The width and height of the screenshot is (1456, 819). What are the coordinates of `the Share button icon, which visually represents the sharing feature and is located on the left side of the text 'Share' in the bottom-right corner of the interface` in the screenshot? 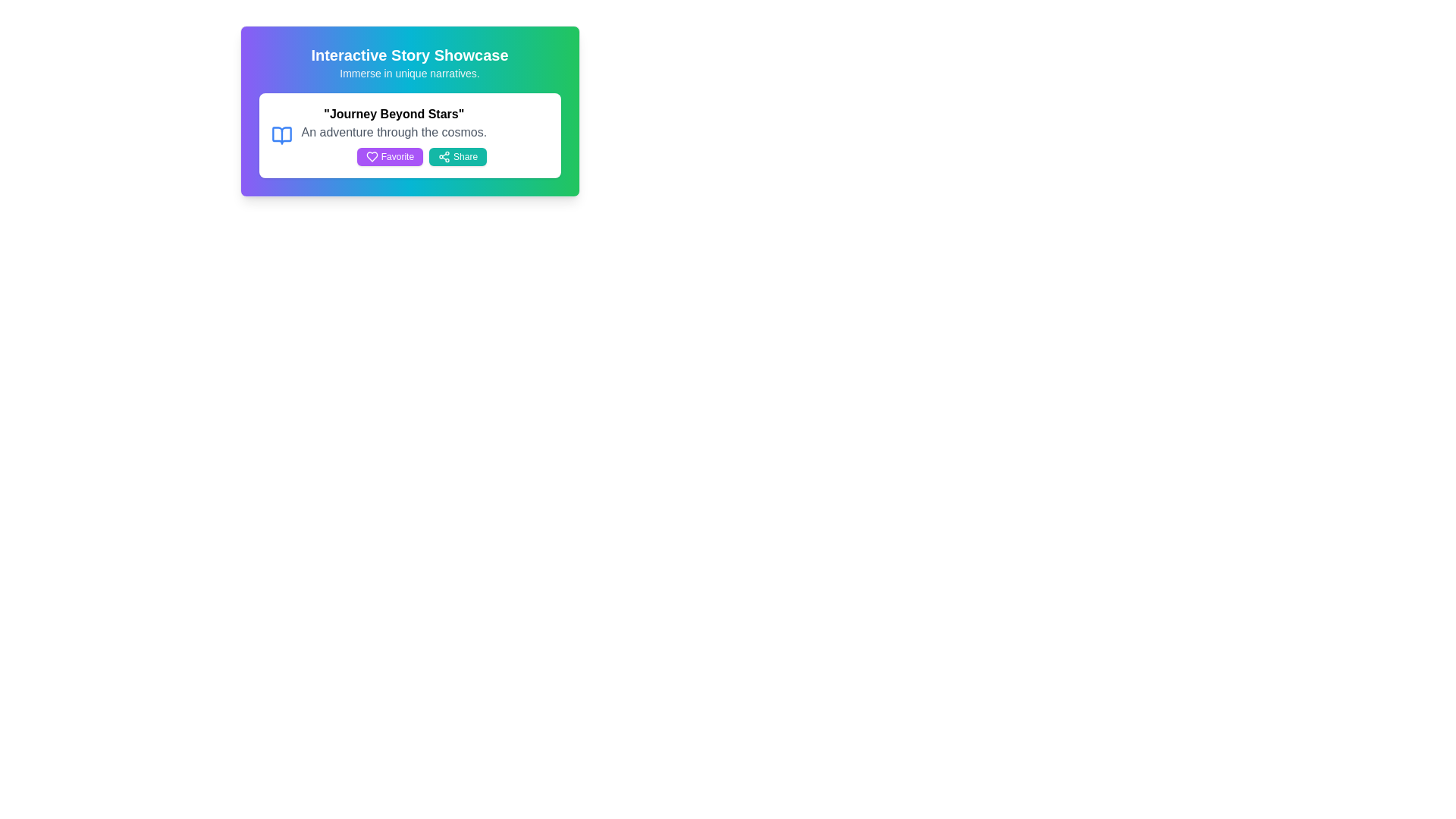 It's located at (443, 157).